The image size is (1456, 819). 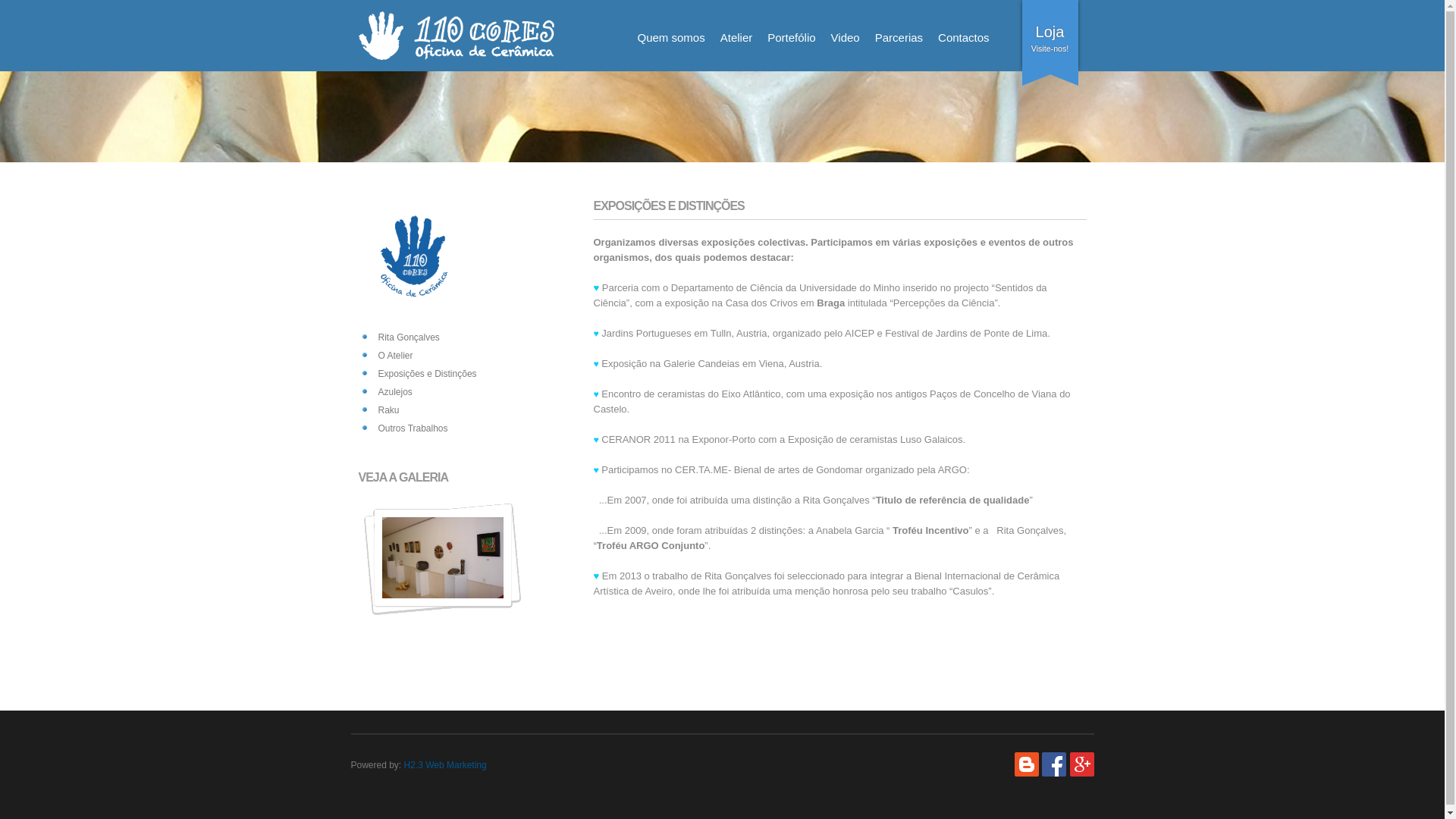 I want to click on 'Facebook', so click(x=1053, y=772).